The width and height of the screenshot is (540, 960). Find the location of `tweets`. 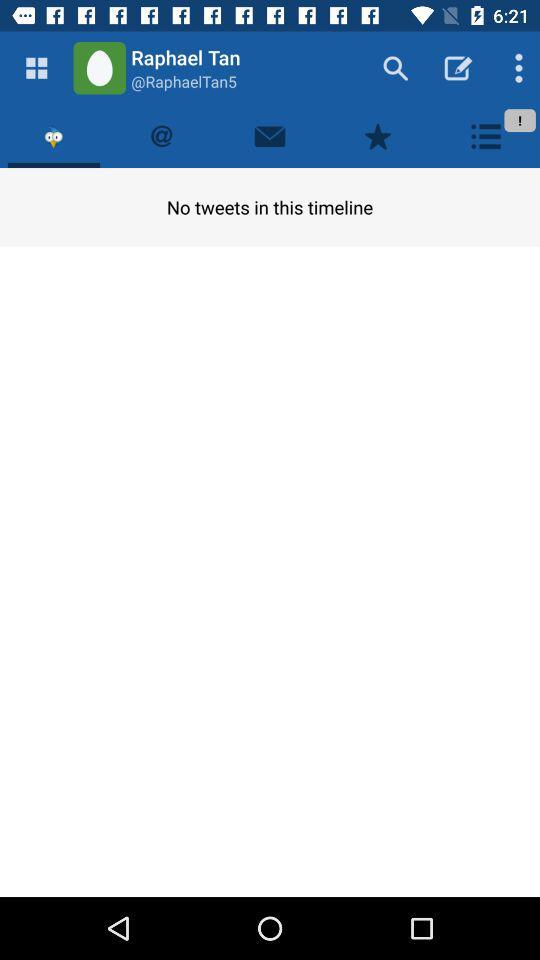

tweets is located at coordinates (54, 135).